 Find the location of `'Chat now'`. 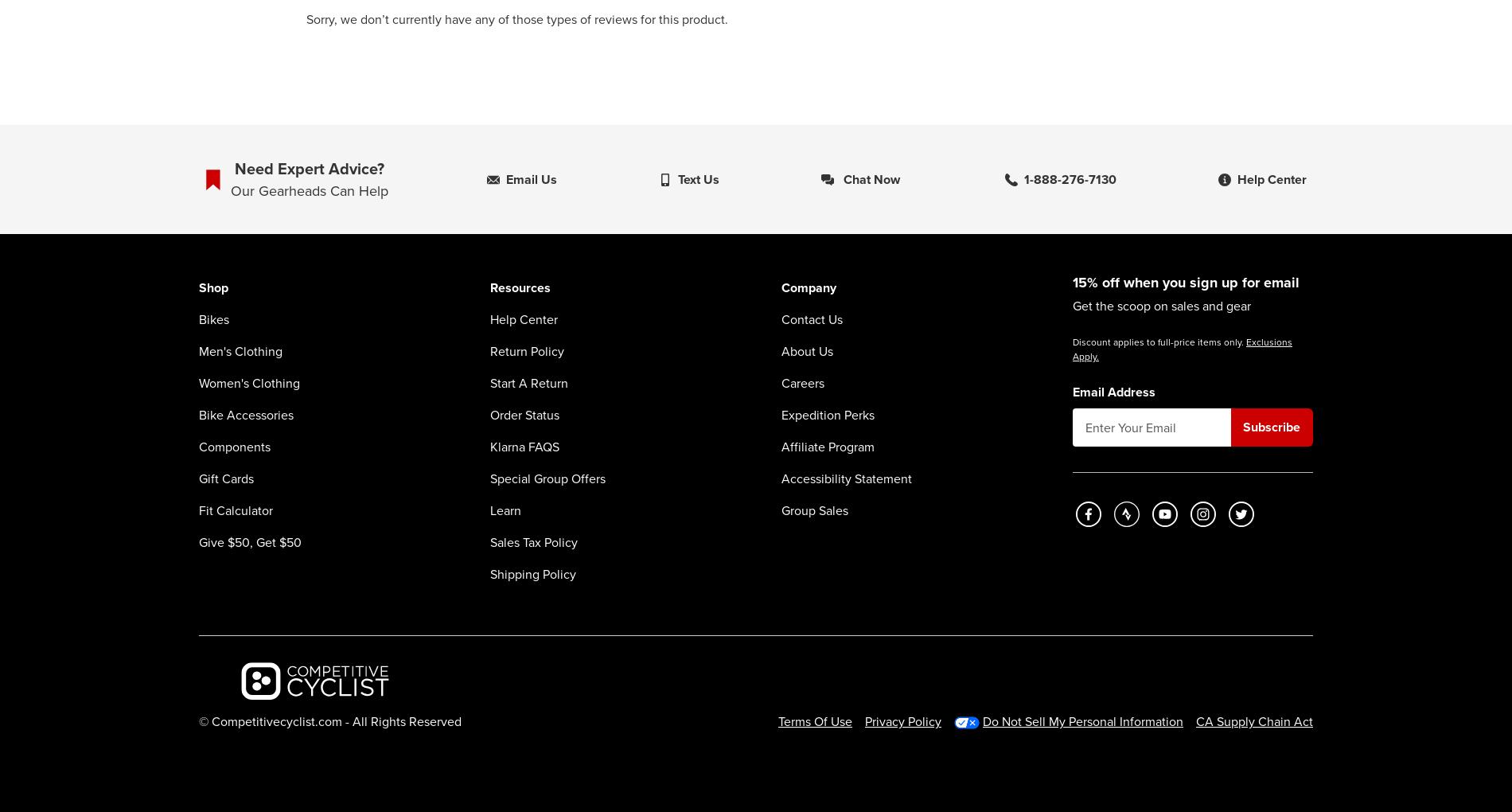

'Chat now' is located at coordinates (844, 179).